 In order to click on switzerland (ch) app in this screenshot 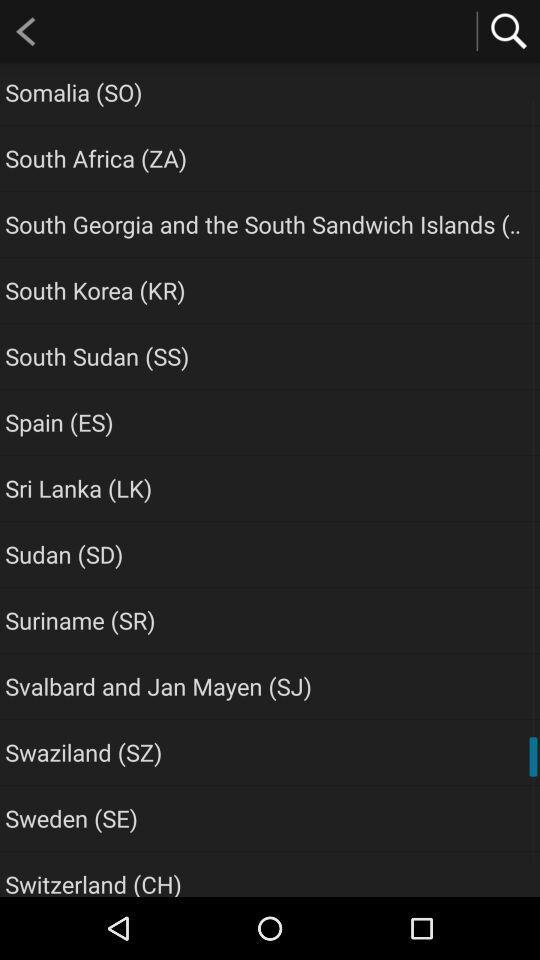, I will do `click(92, 881)`.